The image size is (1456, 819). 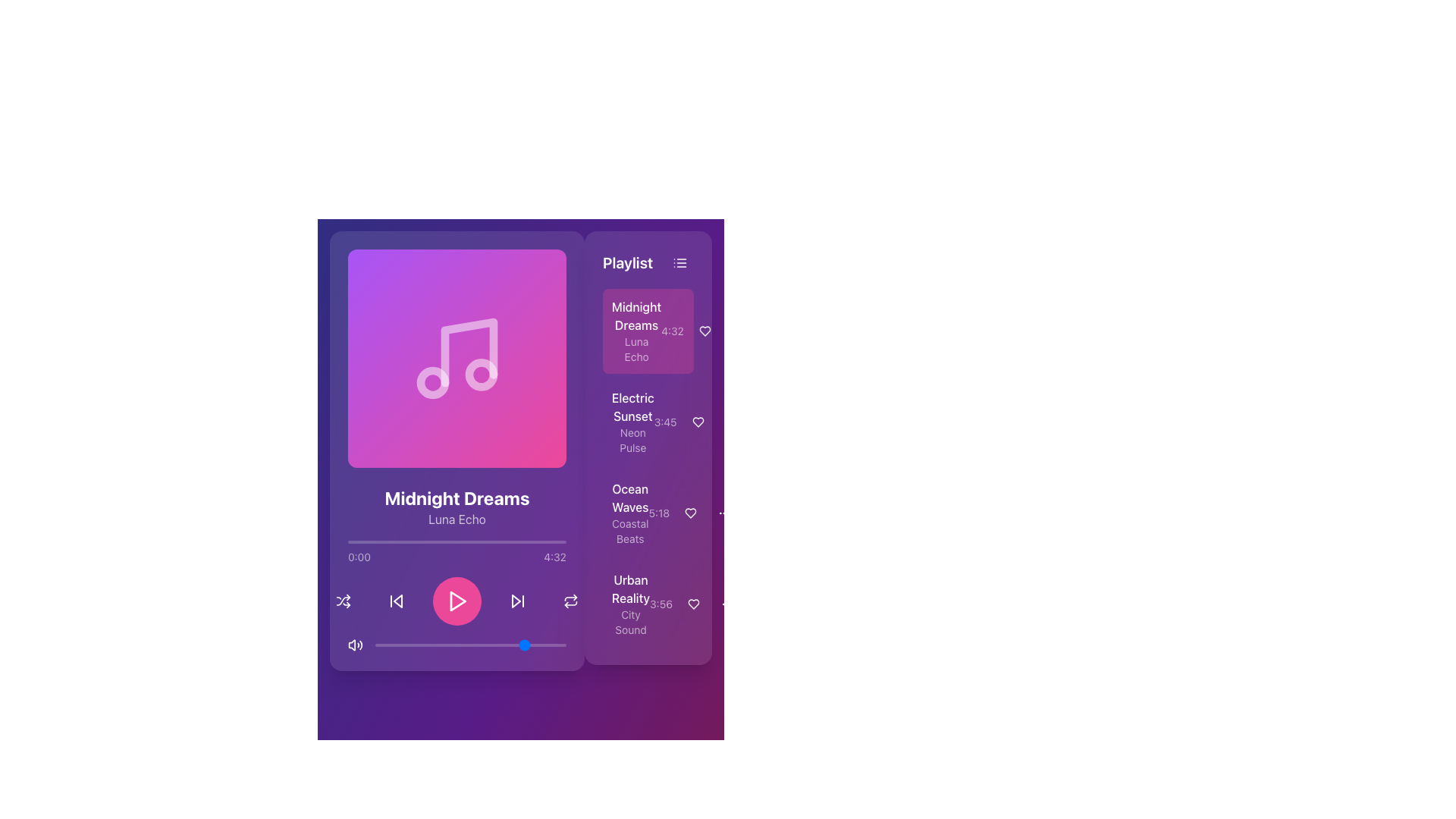 What do you see at coordinates (457, 541) in the screenshot?
I see `the progress bar located at the lower part of the music player interface, positioned above the circular play button, to interact with the playback progress` at bounding box center [457, 541].